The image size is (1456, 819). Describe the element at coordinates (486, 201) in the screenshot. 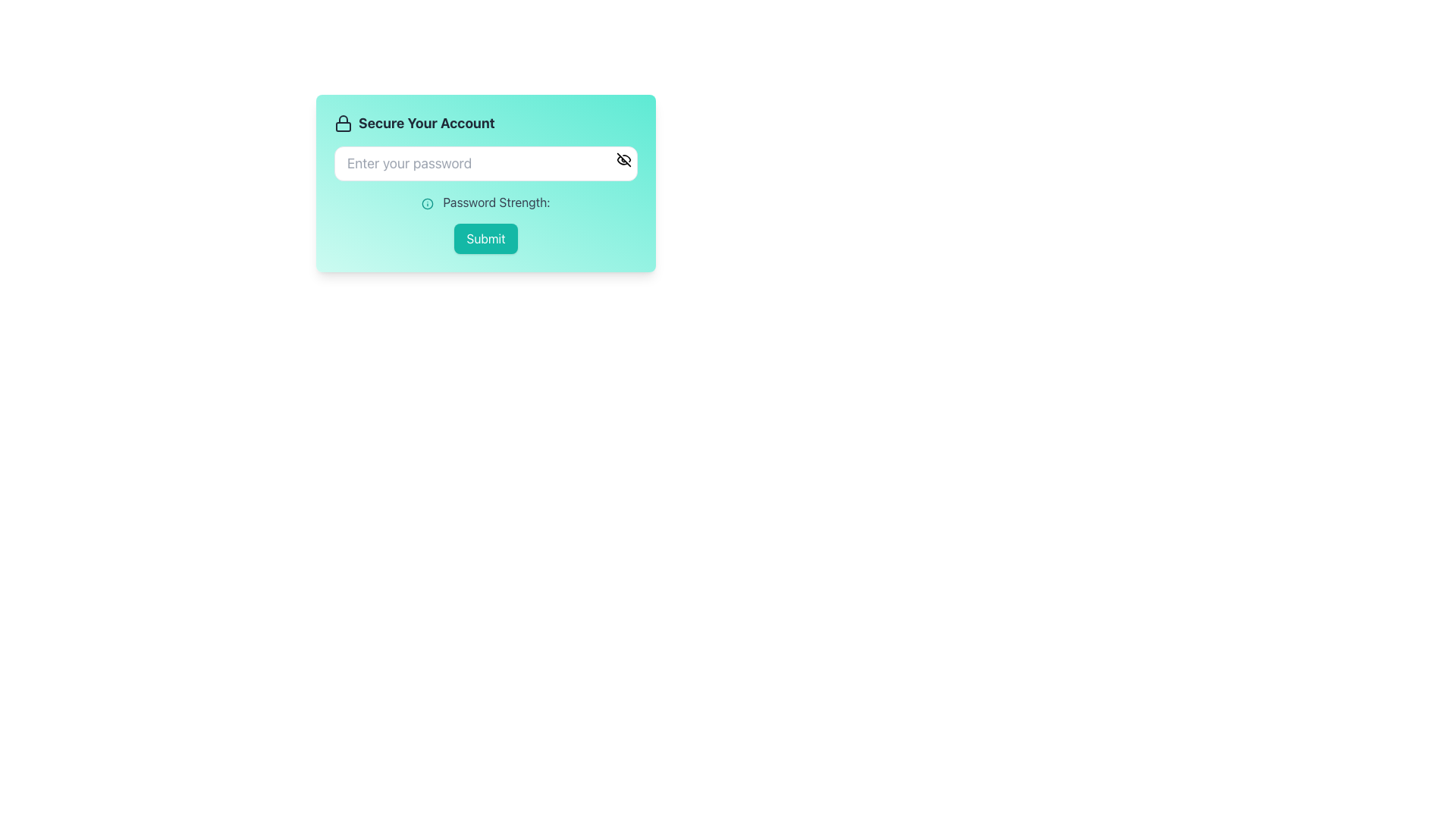

I see `text of the password strength indicator label, which is located below the password input field and above the submit button, horizontally centered with an icon on its left` at that location.